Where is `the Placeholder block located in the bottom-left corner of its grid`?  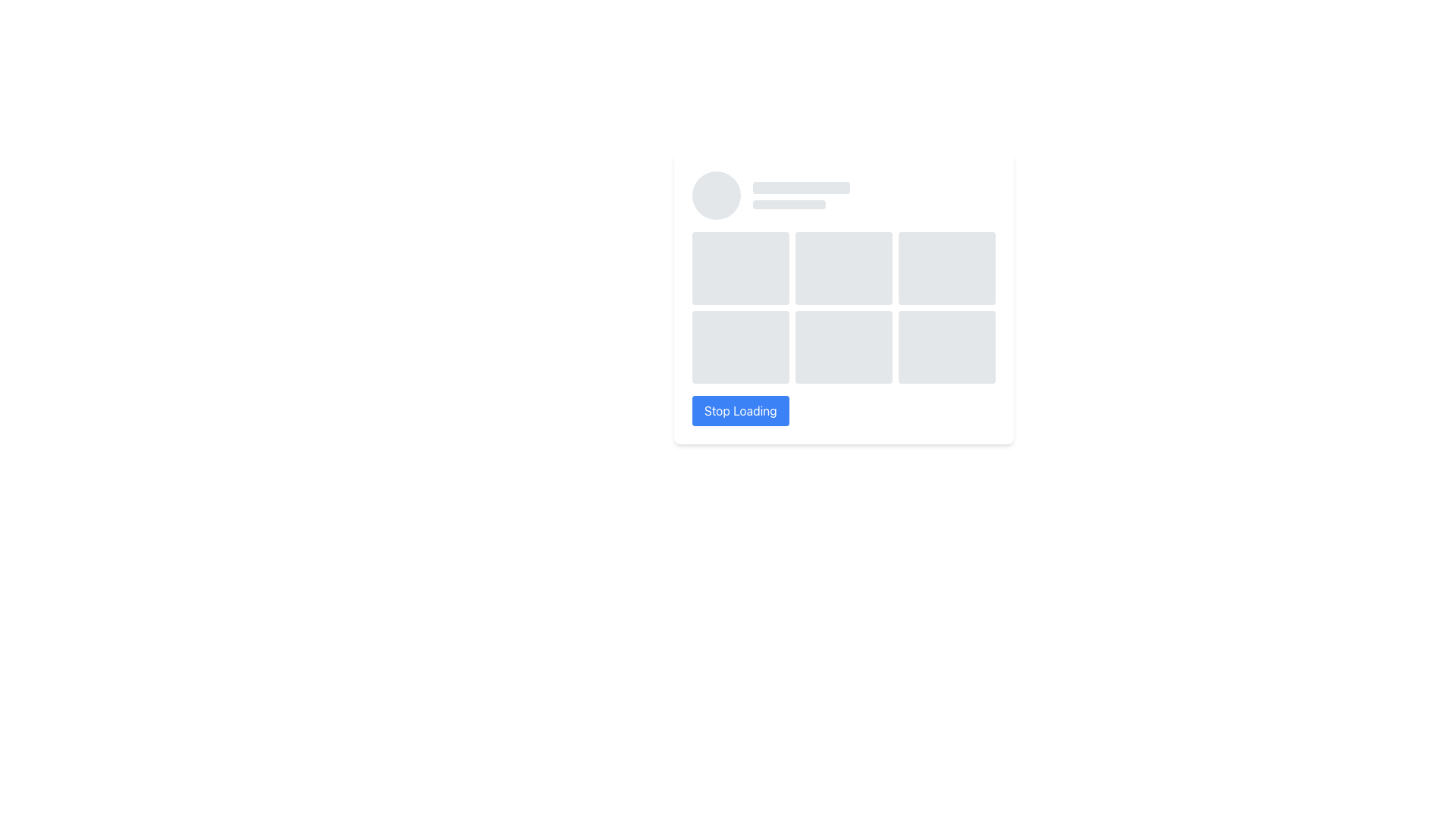
the Placeholder block located in the bottom-left corner of its grid is located at coordinates (741, 347).